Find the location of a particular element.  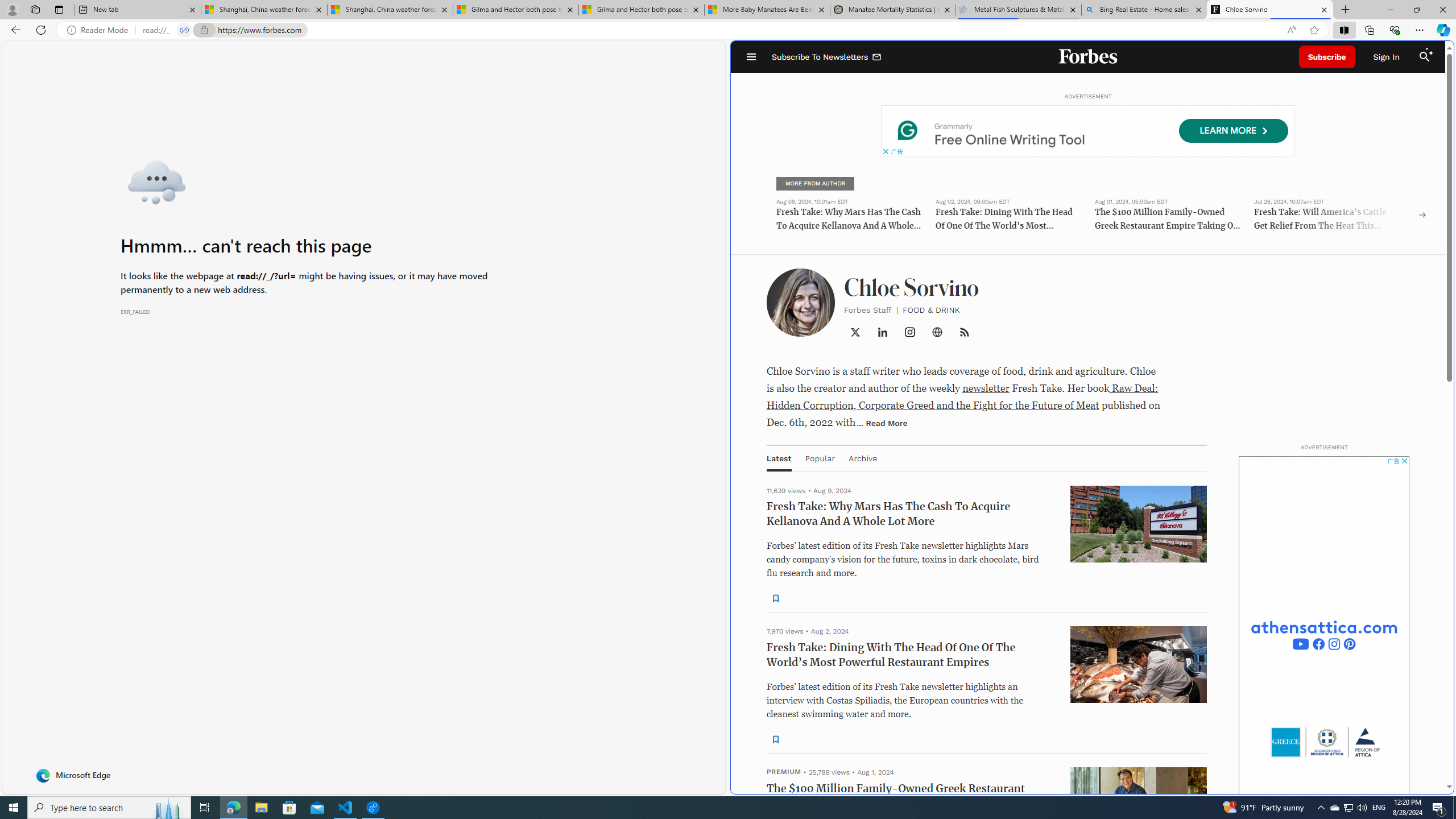

'Class: sparkles_svg__fs-icon sparkles_svg__fs-icon--sparkles' is located at coordinates (1430, 51).